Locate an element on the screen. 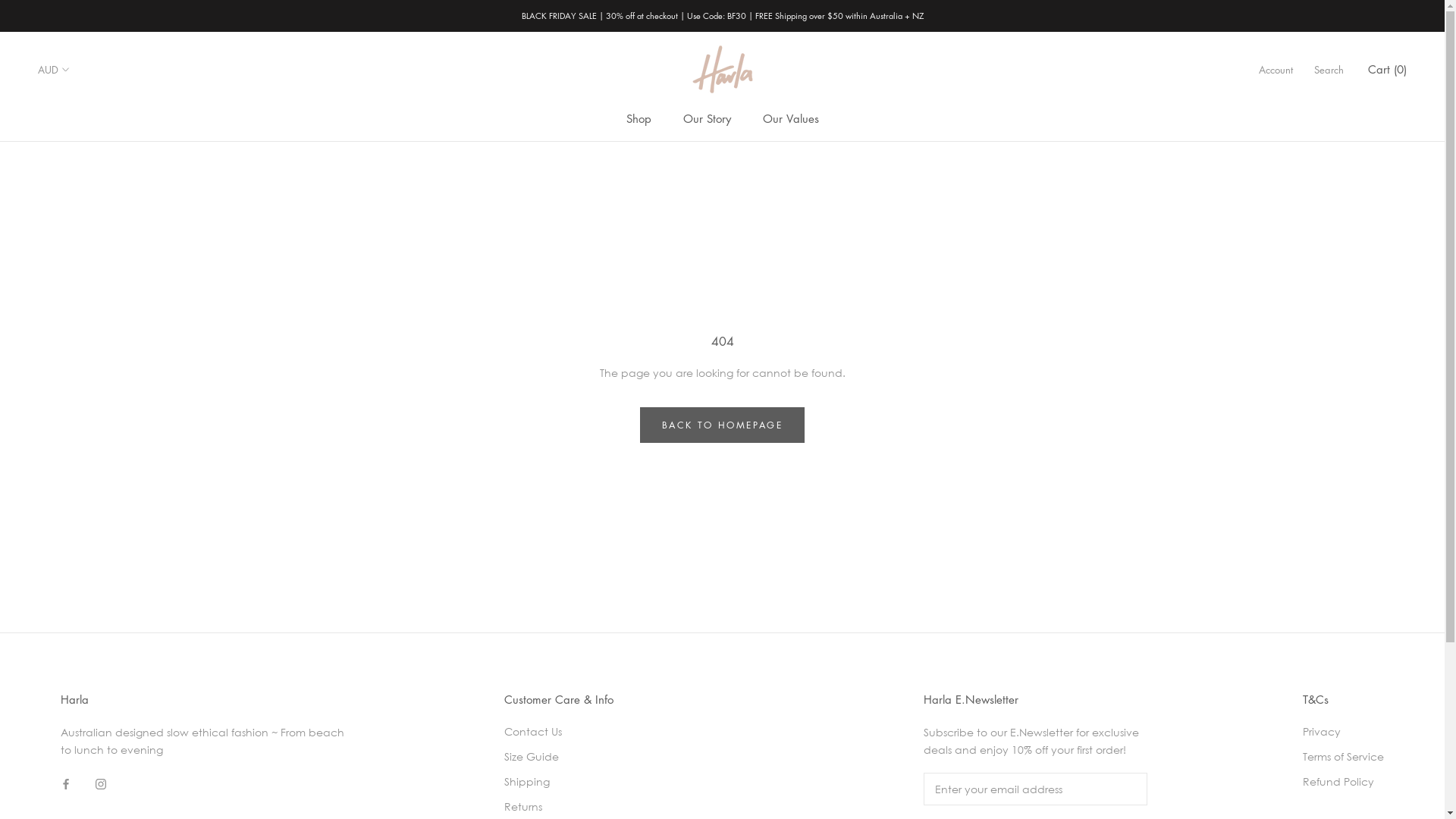 This screenshot has width=1456, height=819. 'Privacy' is located at coordinates (1343, 730).